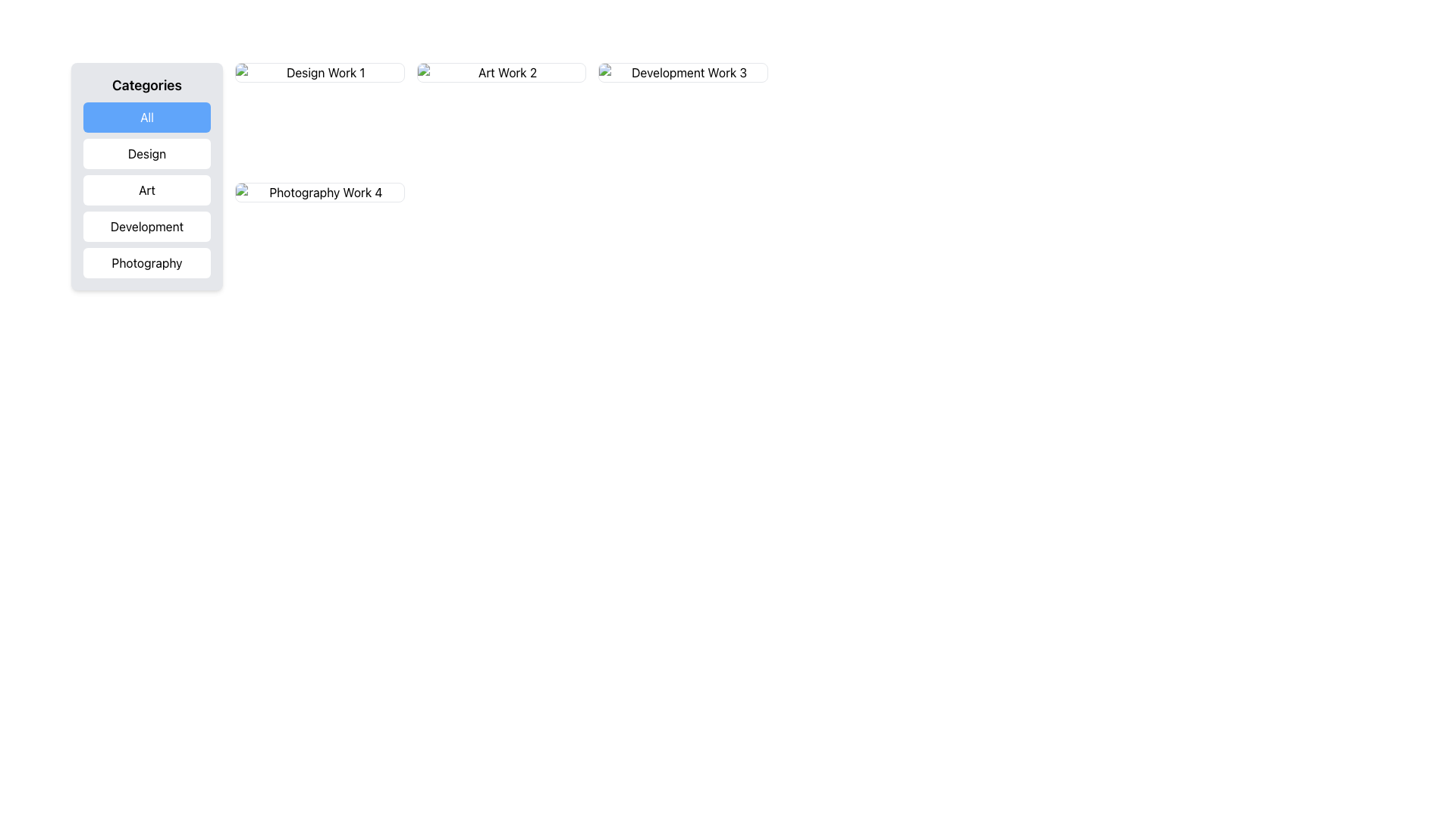 The height and width of the screenshot is (819, 1456). Describe the element at coordinates (146, 227) in the screenshot. I see `the 'Development' button, which is the fourth button in the sidebar labeled 'Categories'` at that location.